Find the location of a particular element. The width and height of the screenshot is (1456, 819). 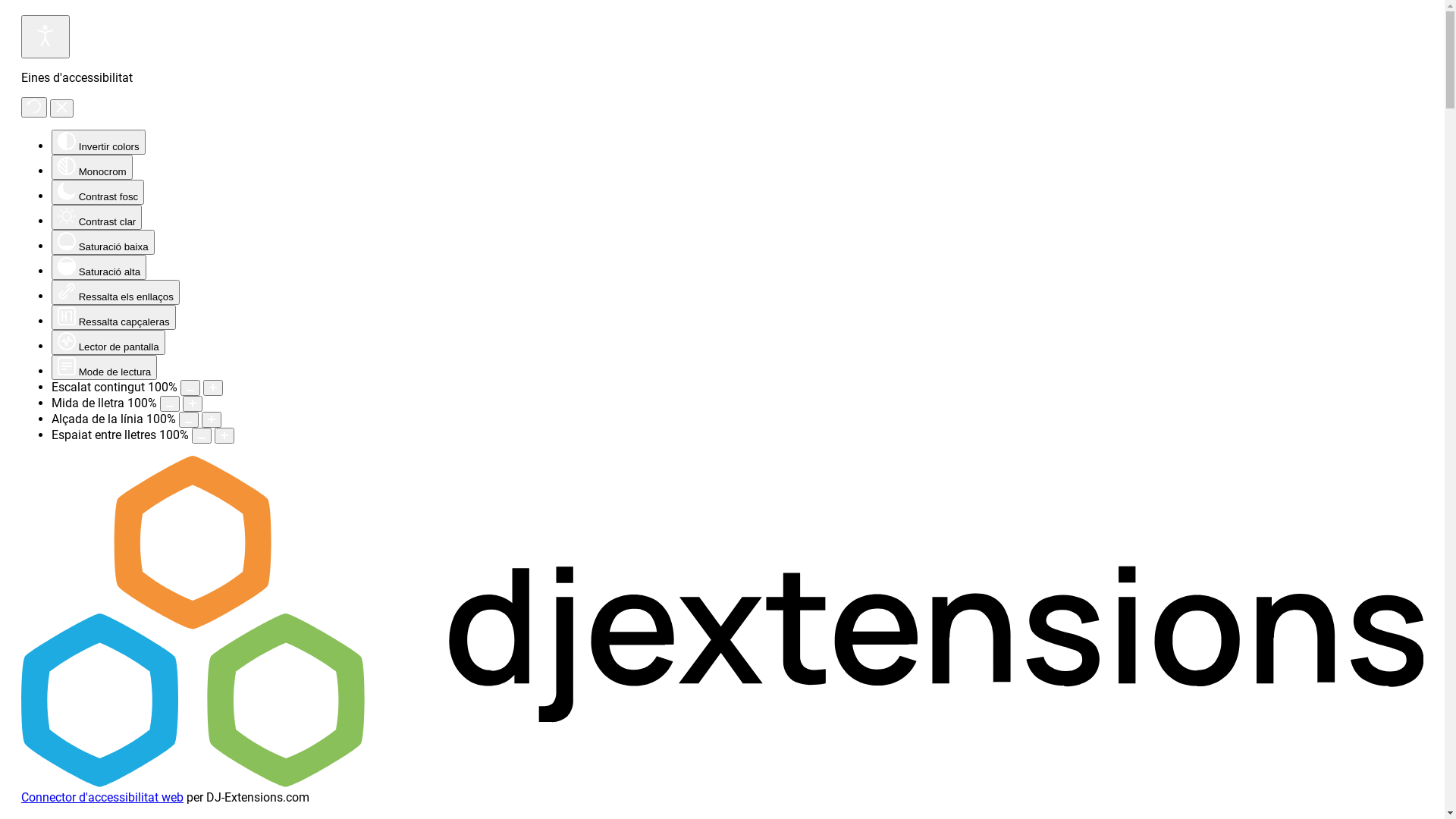

'Reset' is located at coordinates (33, 106).